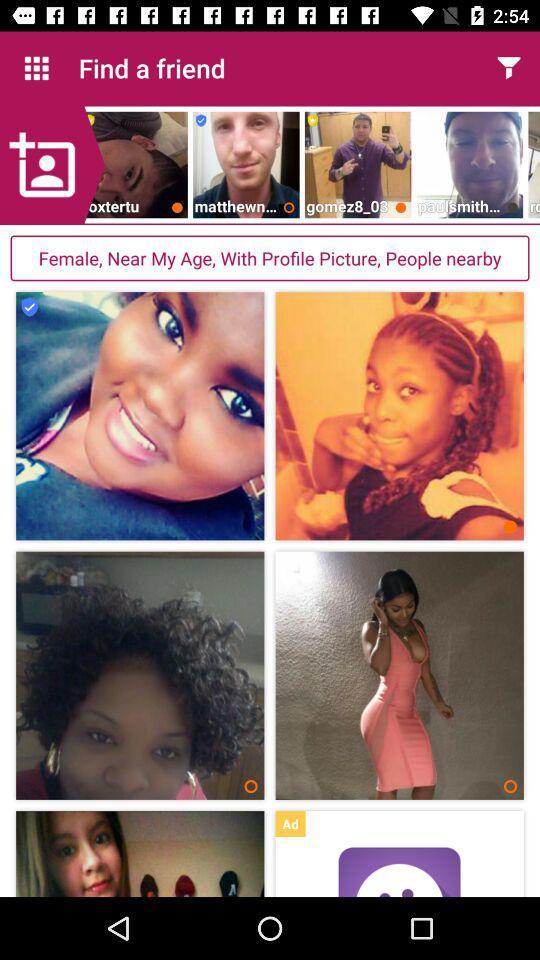  What do you see at coordinates (399, 871) in the screenshot?
I see `switch autoplay option` at bounding box center [399, 871].